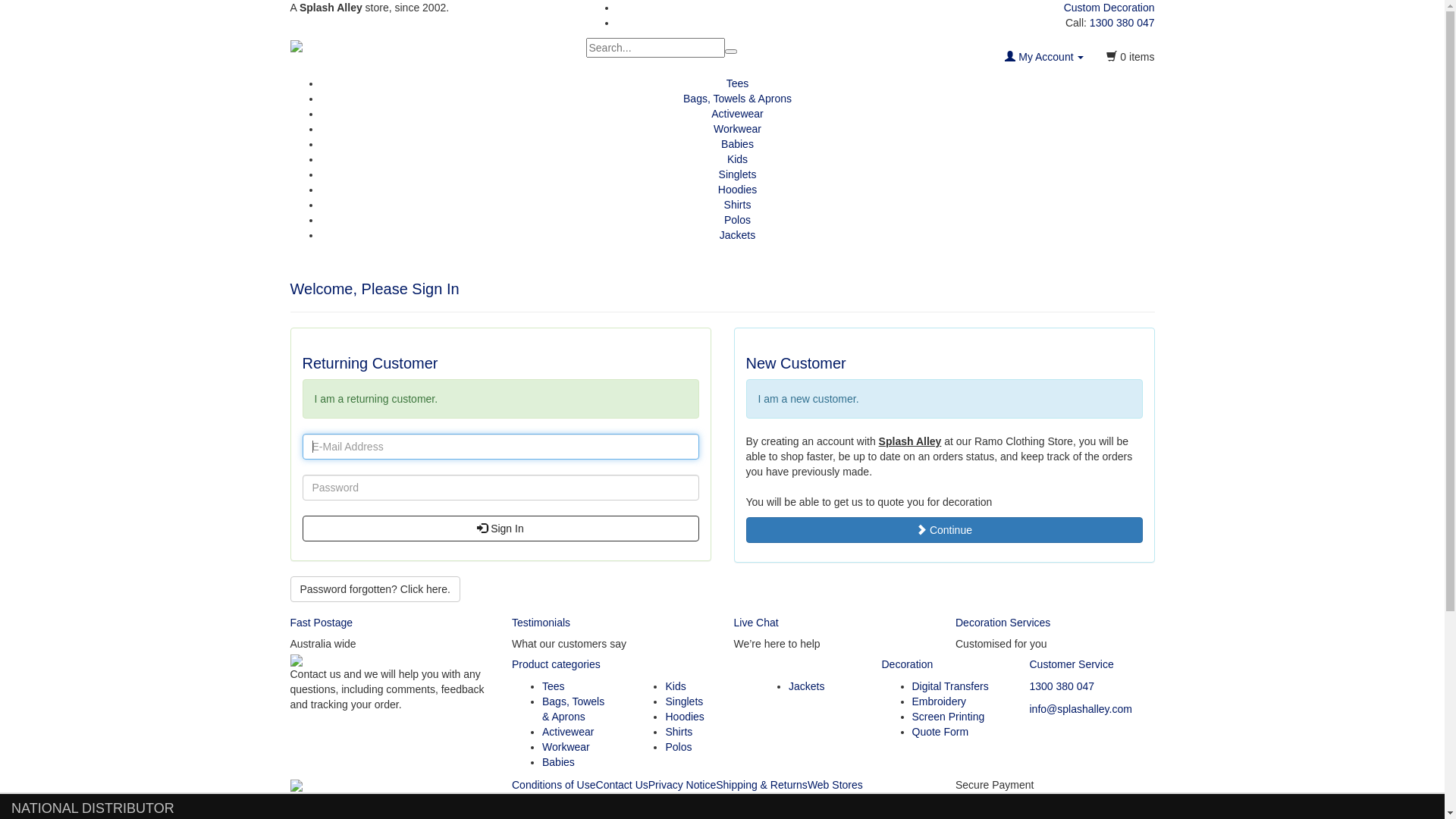  I want to click on 'Bags, Towels & Aprons', so click(572, 708).